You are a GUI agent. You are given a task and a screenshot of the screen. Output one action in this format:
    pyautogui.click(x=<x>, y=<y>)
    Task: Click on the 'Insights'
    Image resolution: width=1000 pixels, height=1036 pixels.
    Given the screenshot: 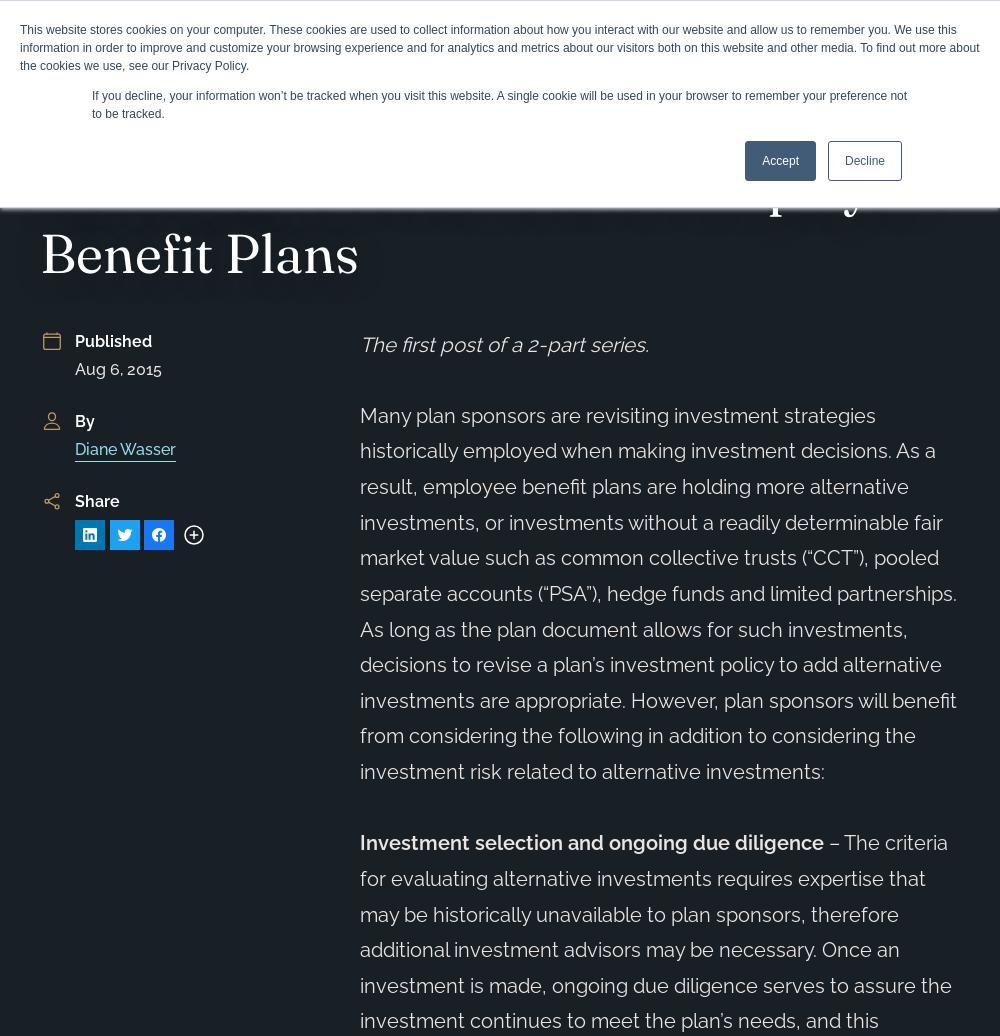 What is the action you would take?
    pyautogui.click(x=170, y=131)
    